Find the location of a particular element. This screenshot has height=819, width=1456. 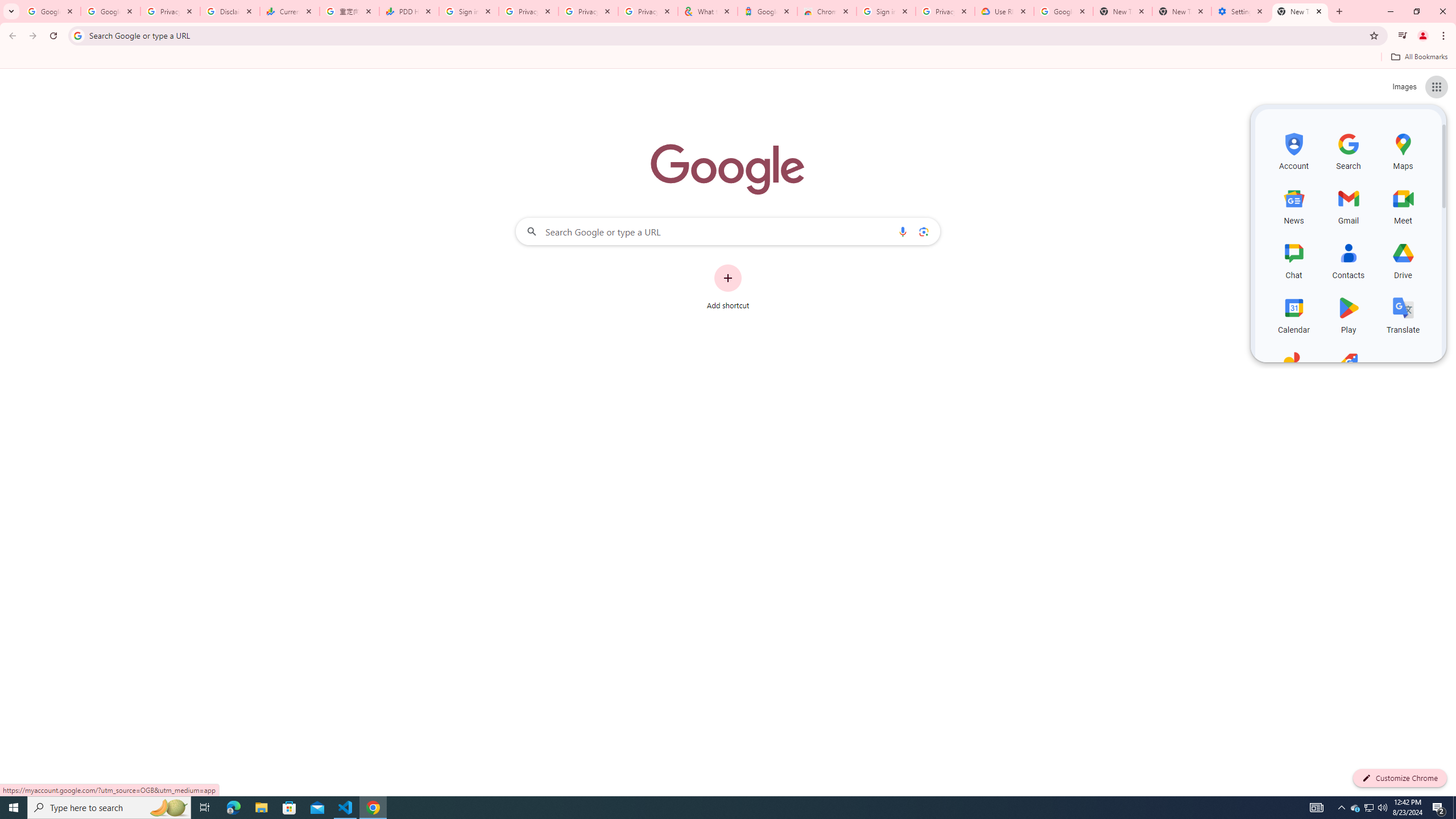

'Meet, row 2 of 5 and column 3 of 3 in the first section' is located at coordinates (1403, 205).